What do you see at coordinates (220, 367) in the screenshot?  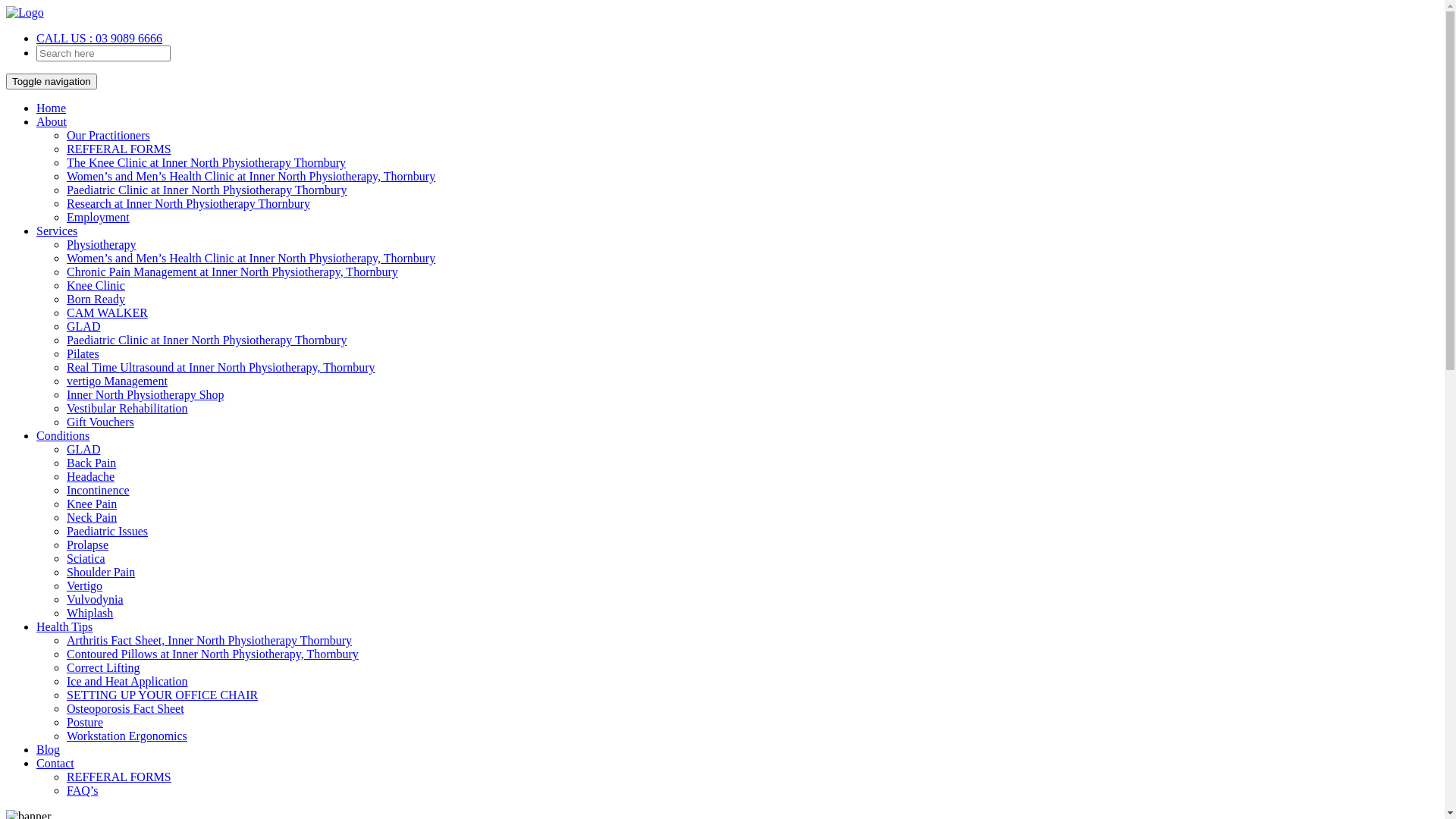 I see `'Real Time Ultrasound at Inner North Physiotherapy, Thornbury'` at bounding box center [220, 367].